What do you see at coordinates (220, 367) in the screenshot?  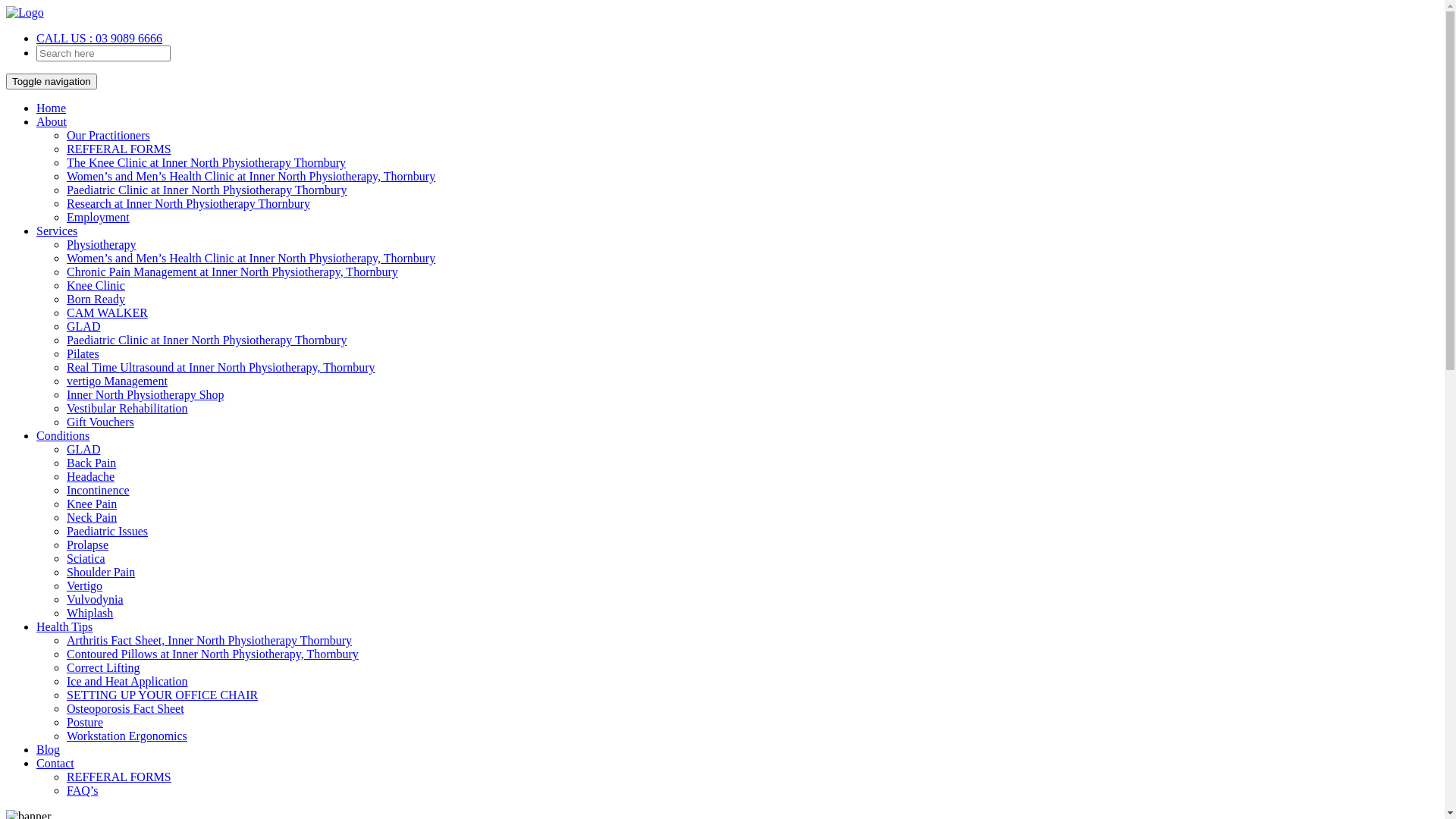 I see `'Real Time Ultrasound at Inner North Physiotherapy, Thornbury'` at bounding box center [220, 367].